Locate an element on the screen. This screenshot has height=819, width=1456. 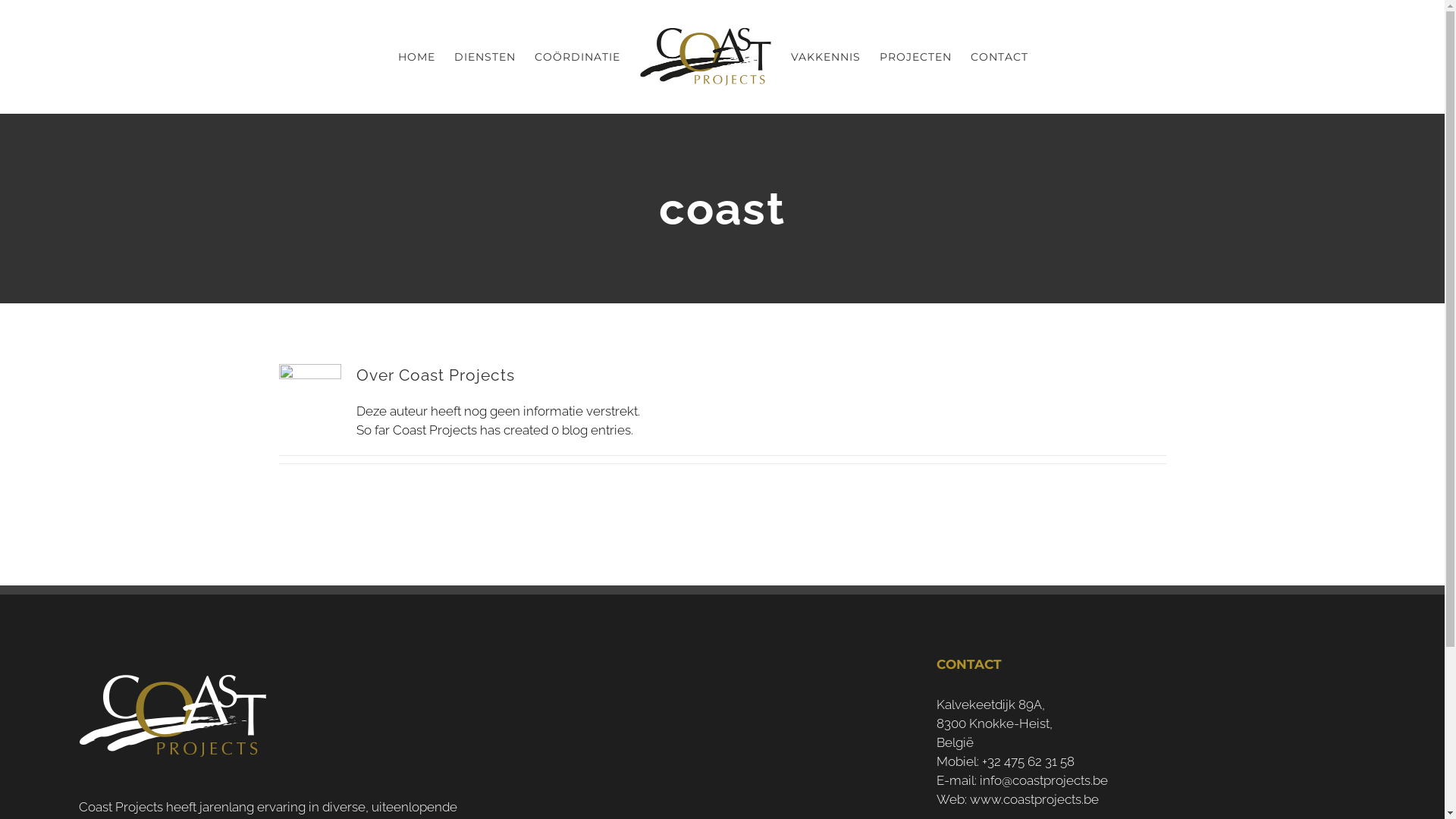
'+32 475 62 31 58' is located at coordinates (1028, 761).